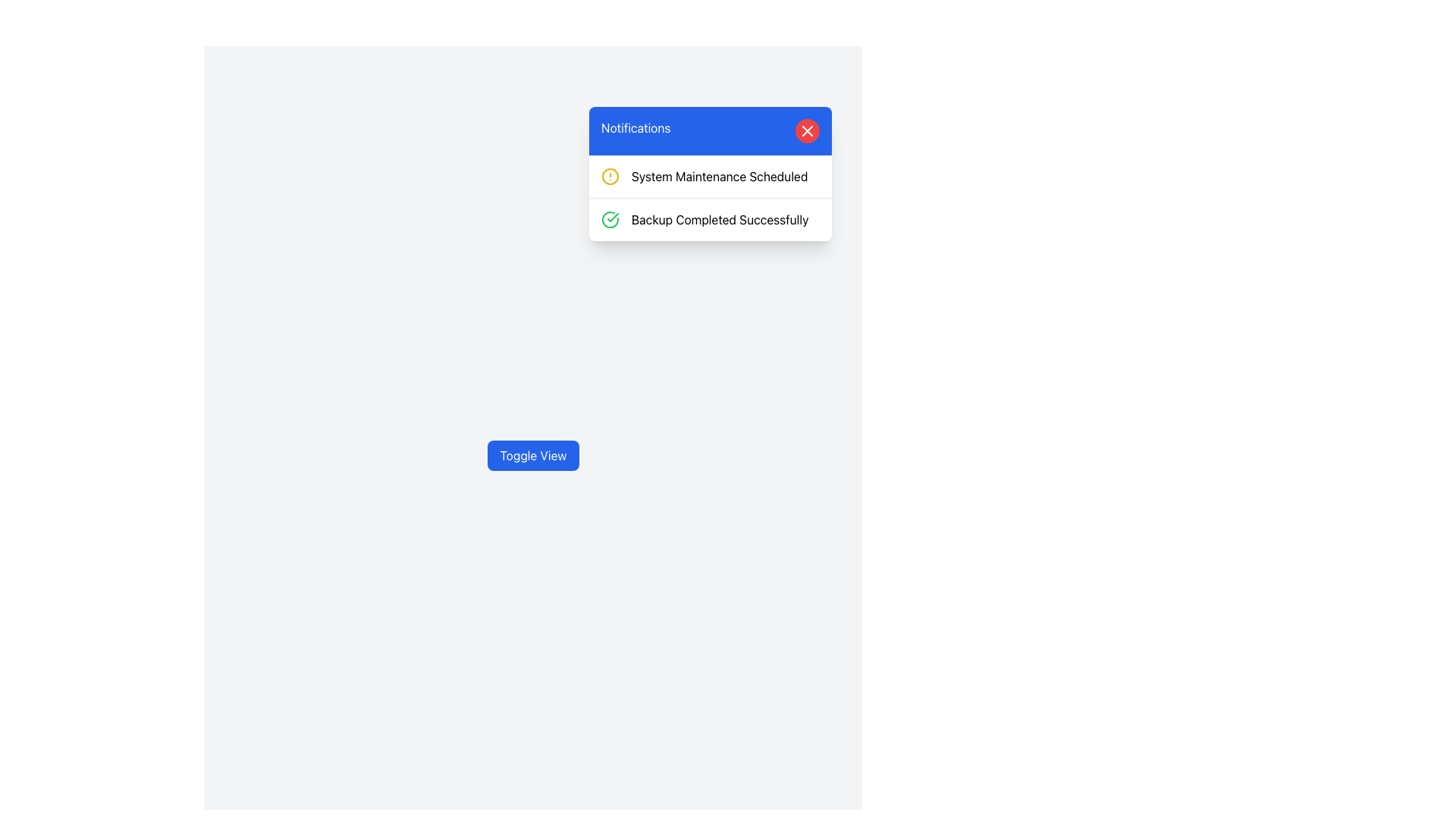 Image resolution: width=1456 pixels, height=819 pixels. What do you see at coordinates (807, 130) in the screenshot?
I see `the close icon represented by an 'X' symbol in white against a red circular background located at the top-right corner of the notification panel` at bounding box center [807, 130].